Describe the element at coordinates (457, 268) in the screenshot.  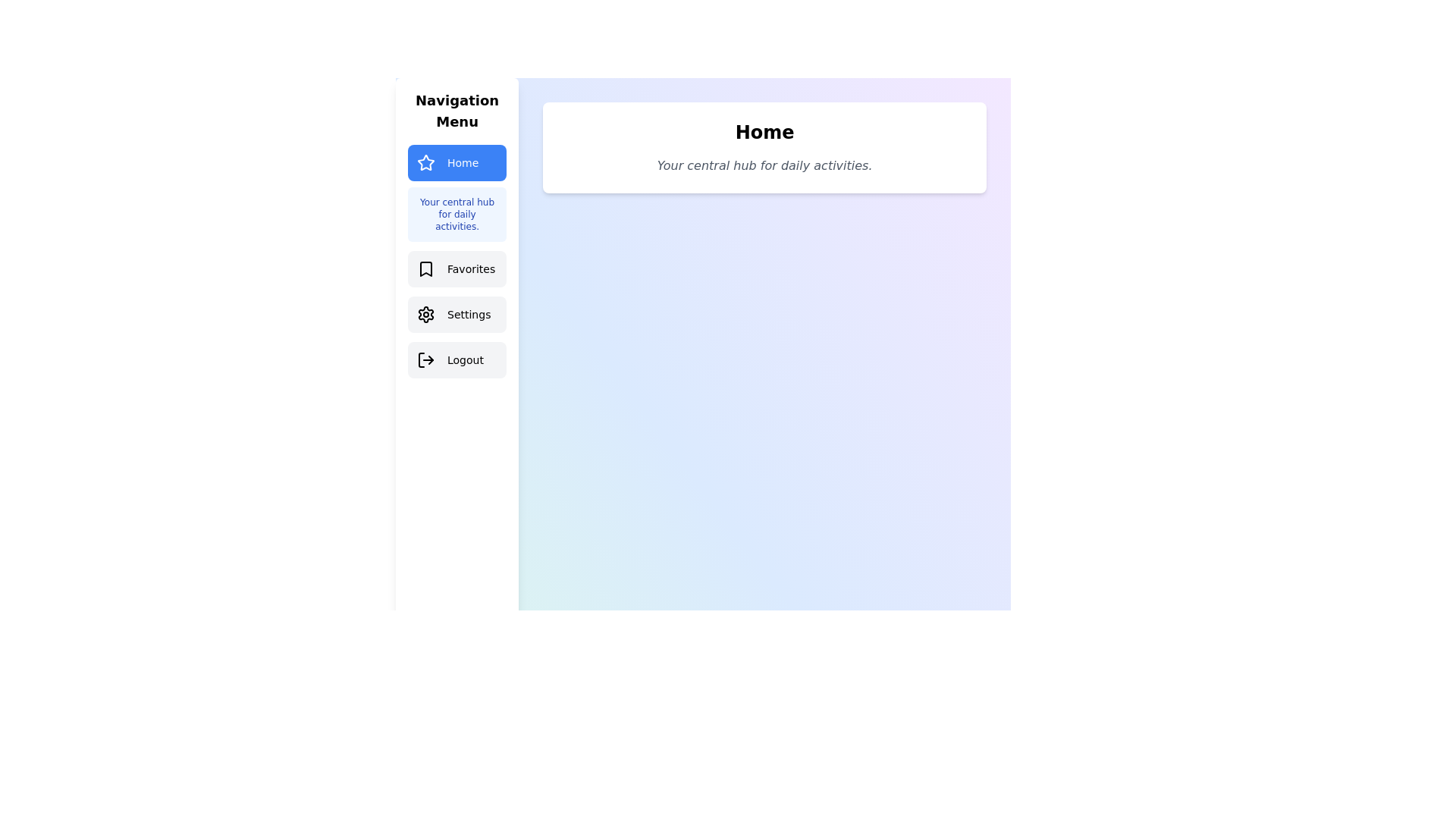
I see `the Favorites tab from the navigation menu` at that location.